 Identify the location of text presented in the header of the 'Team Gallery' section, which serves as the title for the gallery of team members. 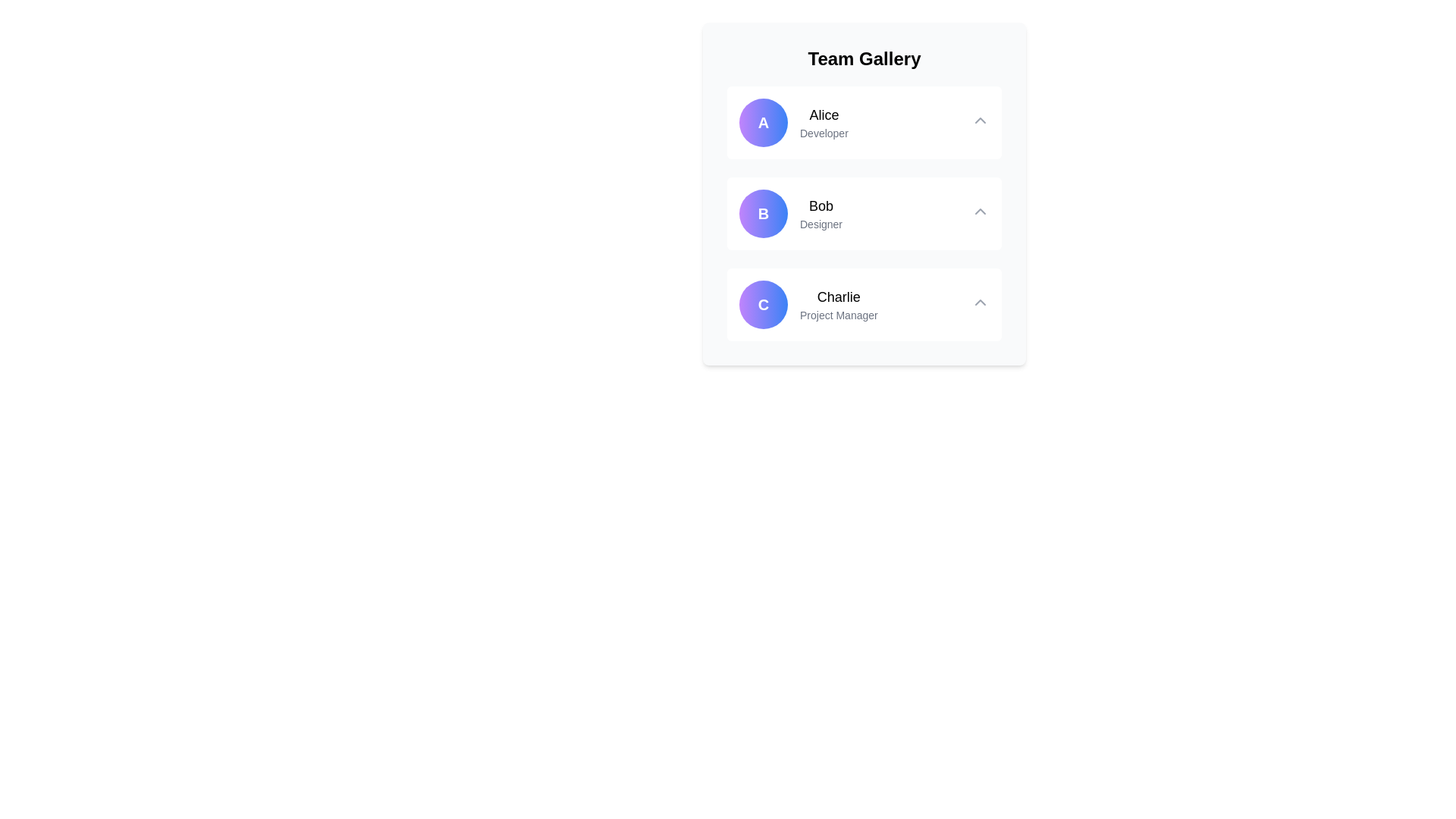
(864, 58).